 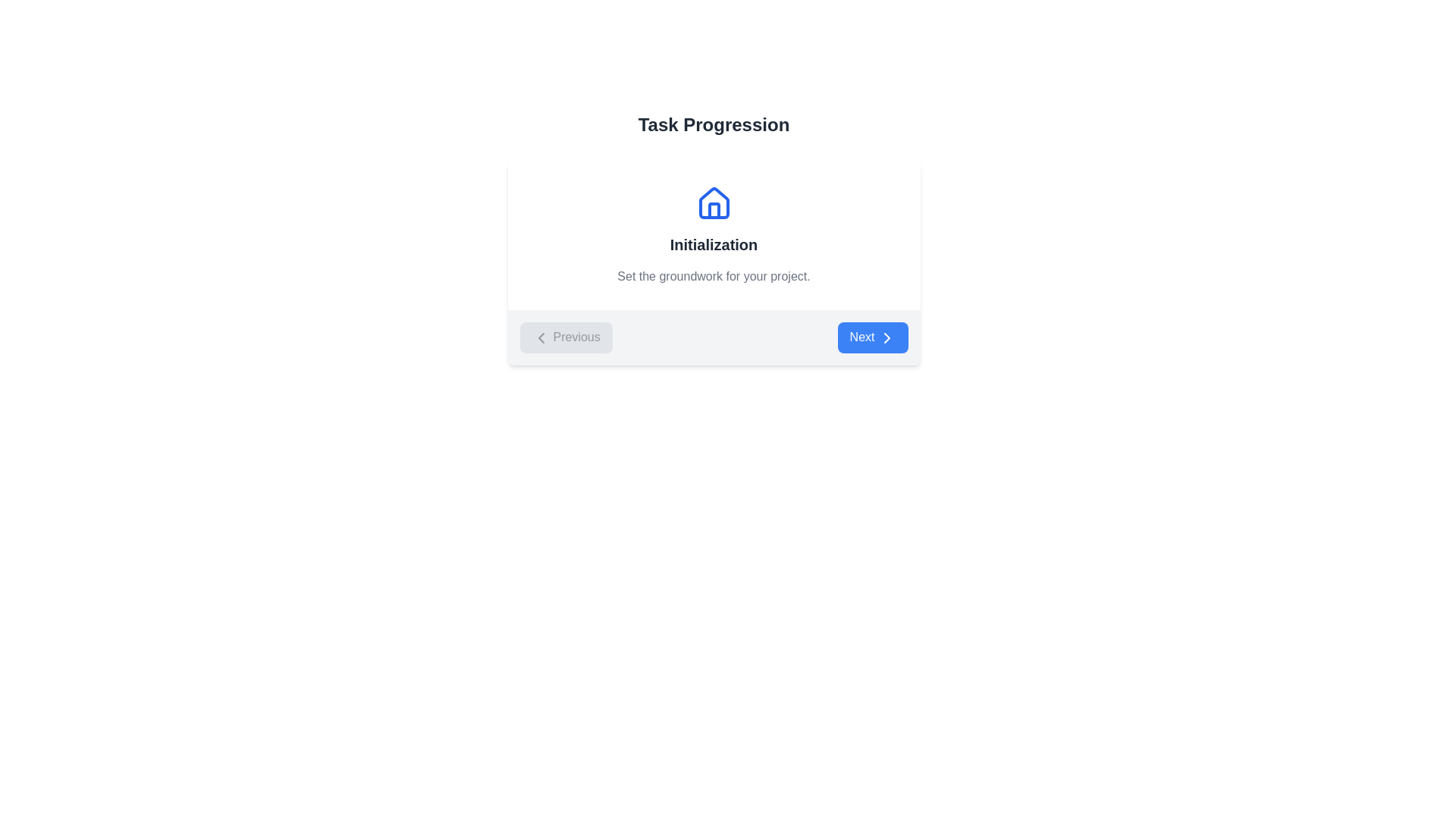 What do you see at coordinates (713, 277) in the screenshot?
I see `the static text label displaying 'Set the groundwork for your project.' which is positioned below the bold title 'Initialization'` at bounding box center [713, 277].